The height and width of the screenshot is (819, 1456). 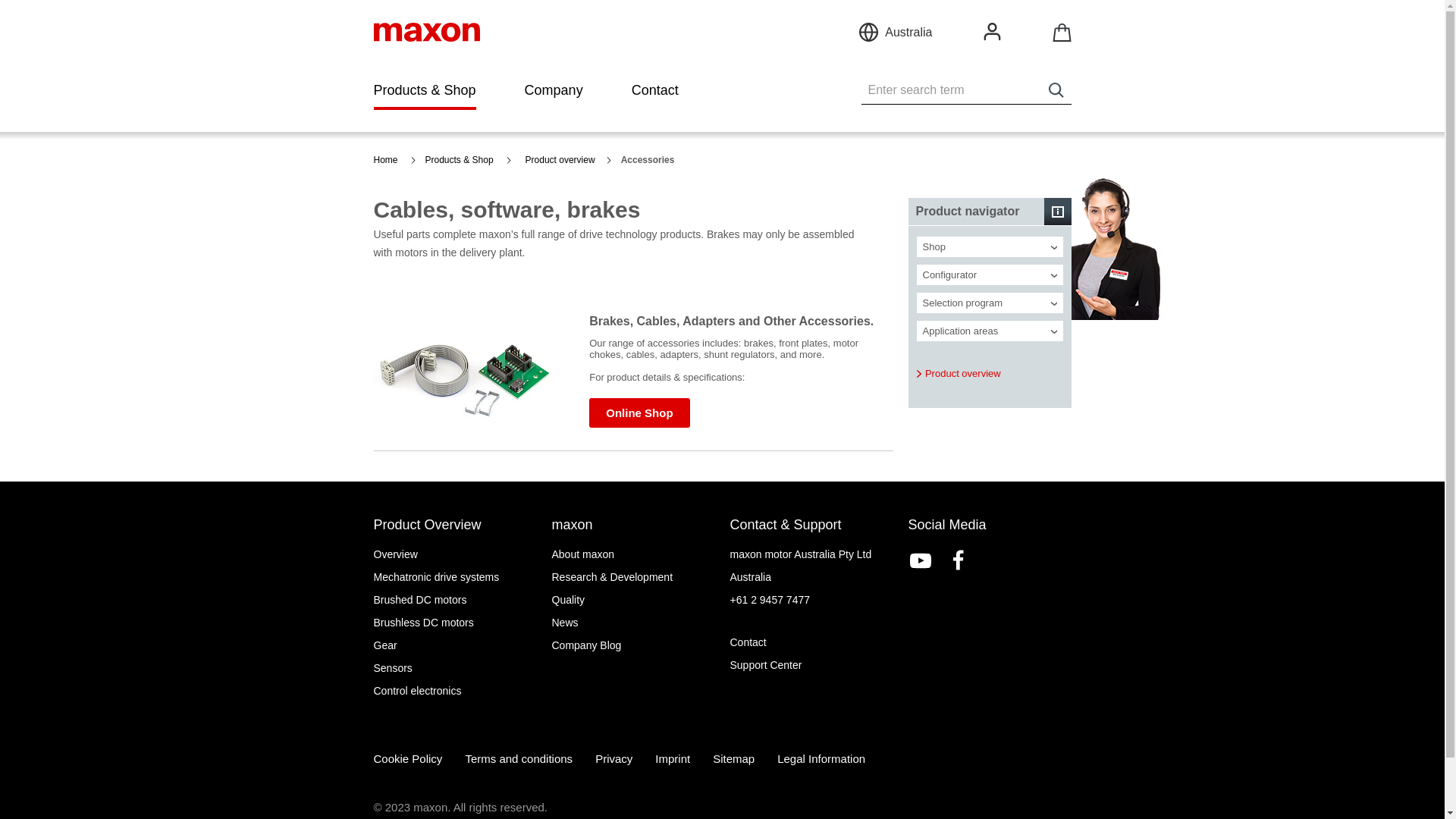 What do you see at coordinates (810, 664) in the screenshot?
I see `'Support Center'` at bounding box center [810, 664].